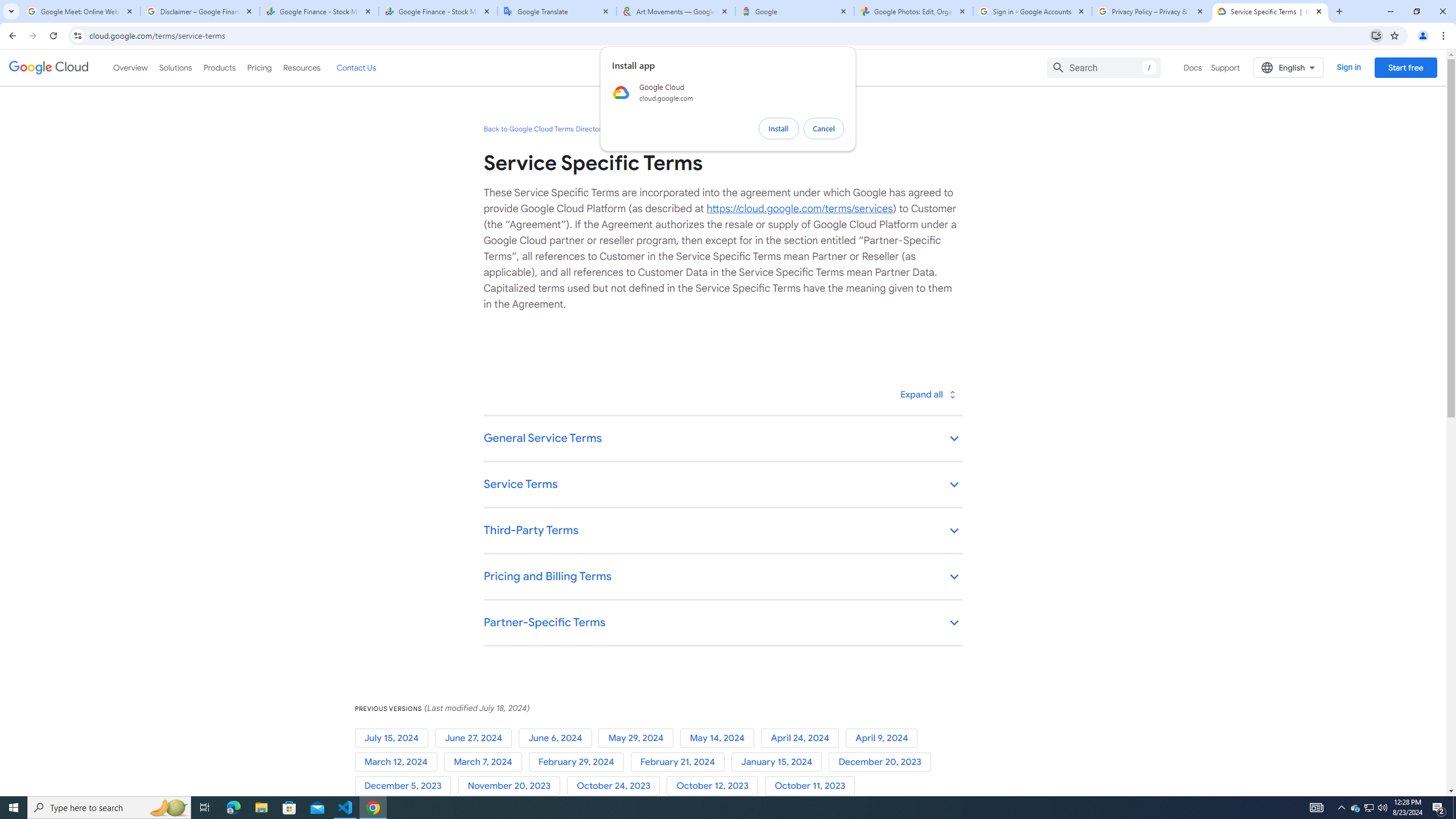  I want to click on 'October 11, 2023', so click(812, 786).